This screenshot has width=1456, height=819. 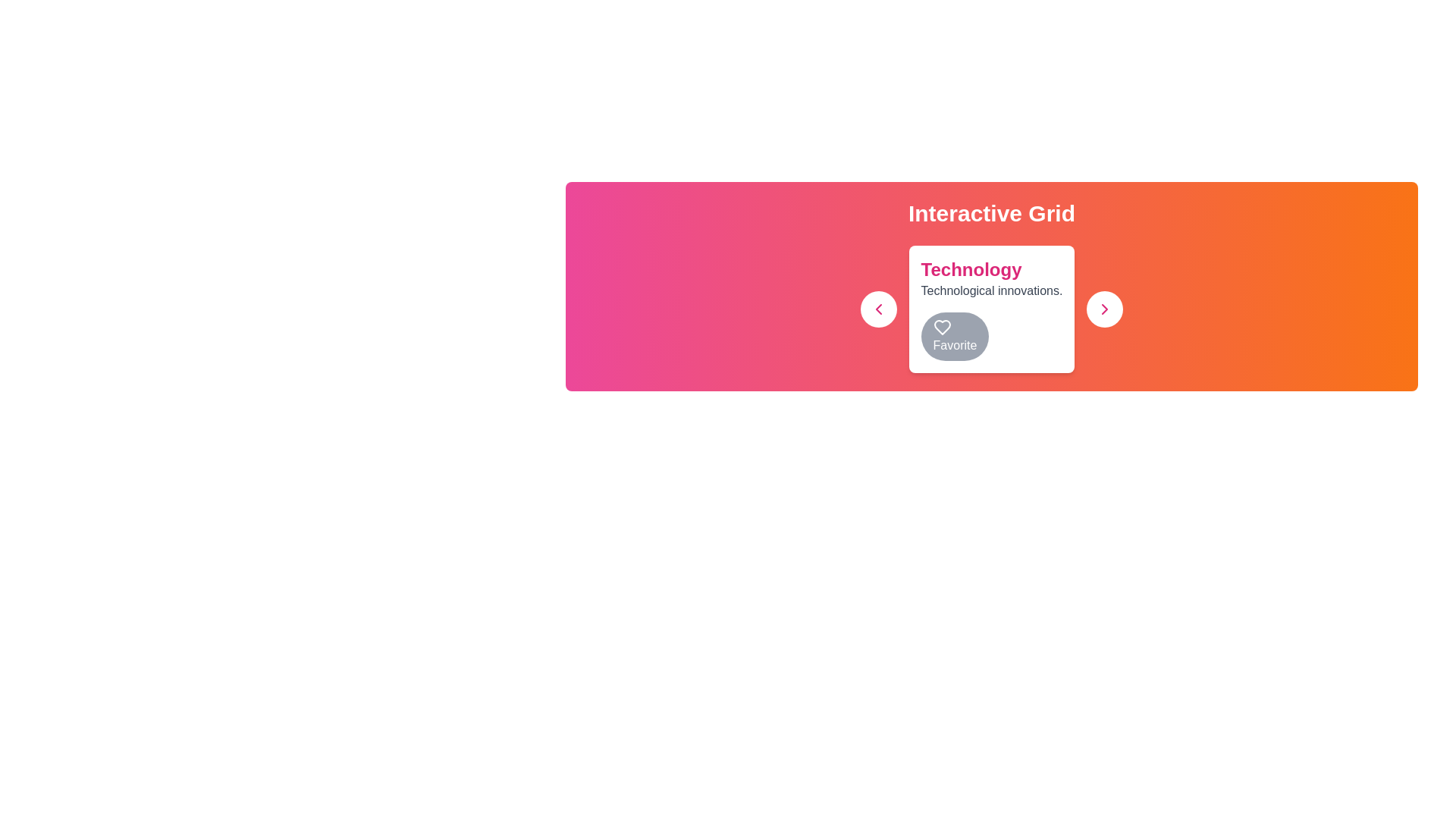 What do you see at coordinates (1105, 309) in the screenshot?
I see `the right-pointing SVG arrow icon located within the circular button in the bottom-right corner of the interactive grid layout` at bounding box center [1105, 309].